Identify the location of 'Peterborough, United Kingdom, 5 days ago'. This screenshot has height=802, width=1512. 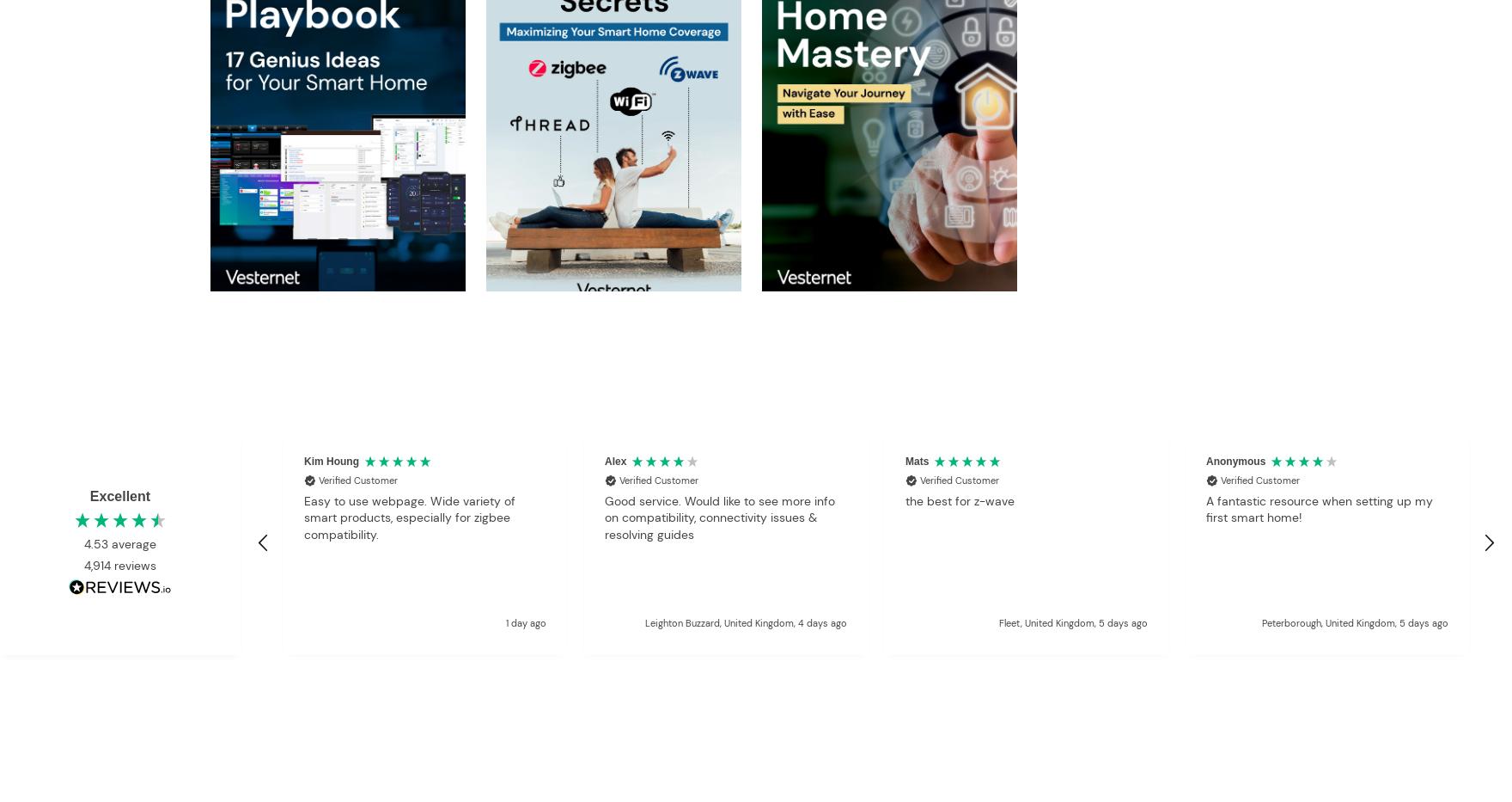
(1354, 622).